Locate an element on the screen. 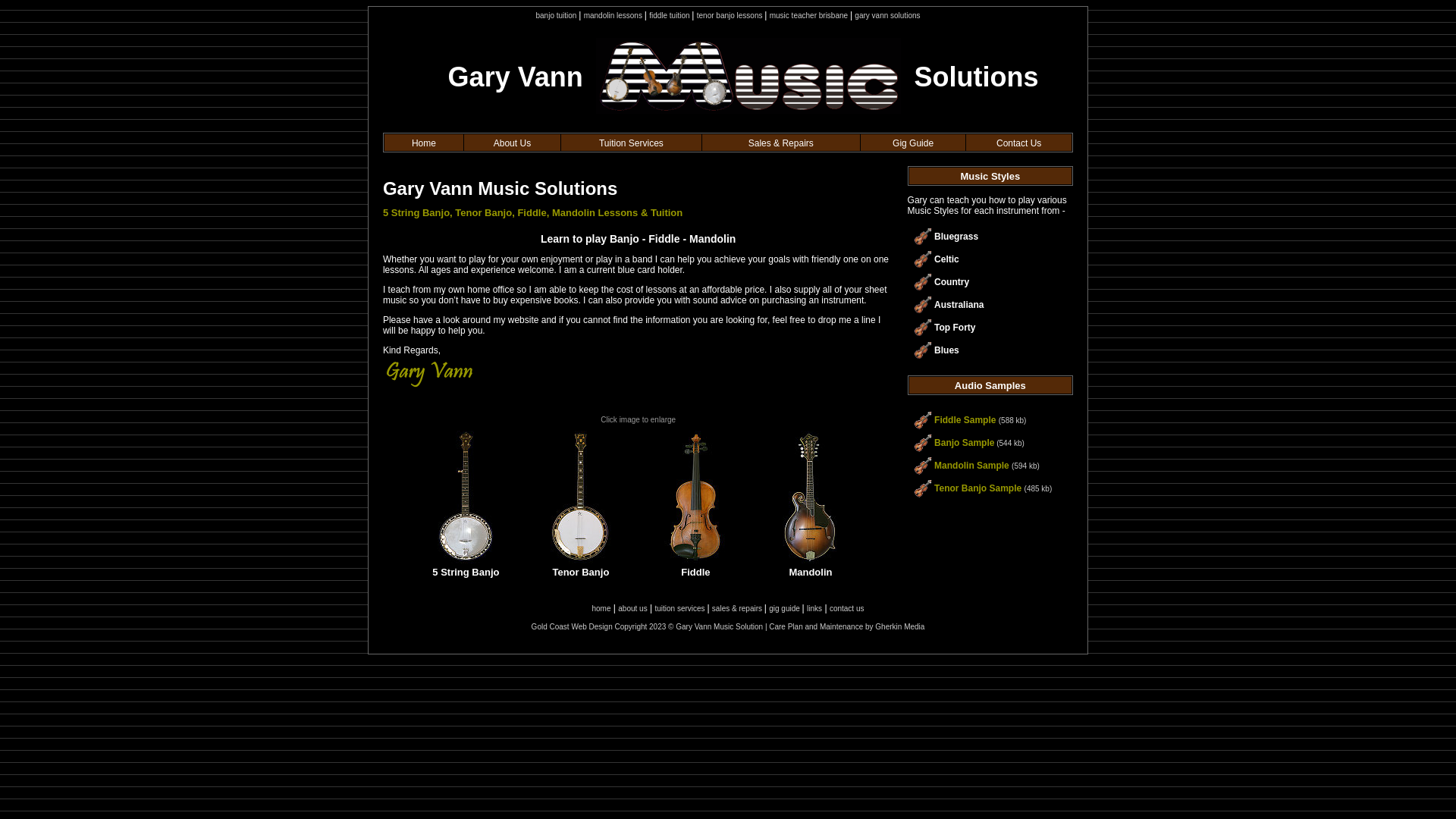 The image size is (1456, 819). 'about us' is located at coordinates (632, 607).